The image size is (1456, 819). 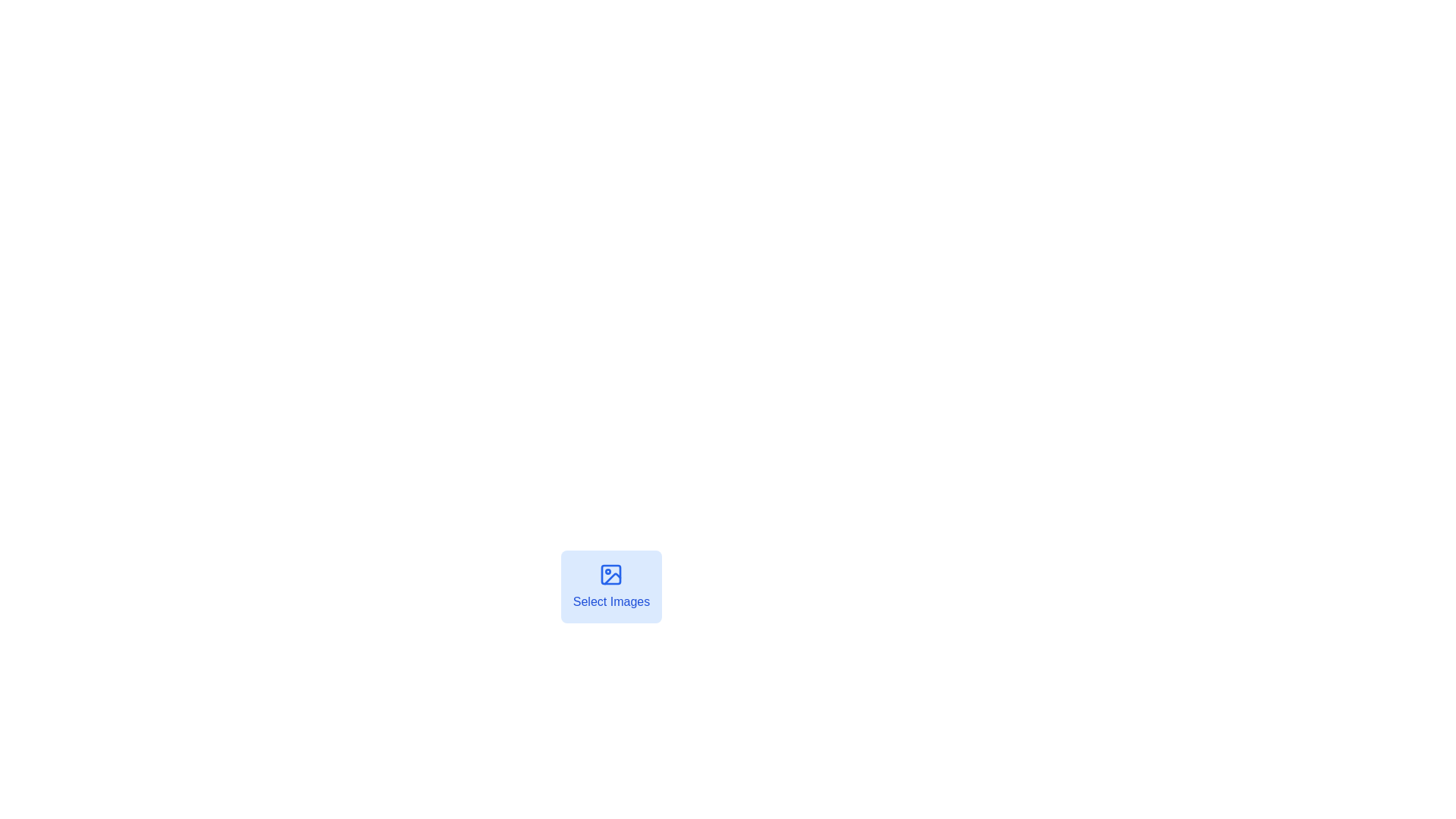 I want to click on the rectangular button with a light blue background and rounded corners labeled 'Select Images', so click(x=611, y=586).